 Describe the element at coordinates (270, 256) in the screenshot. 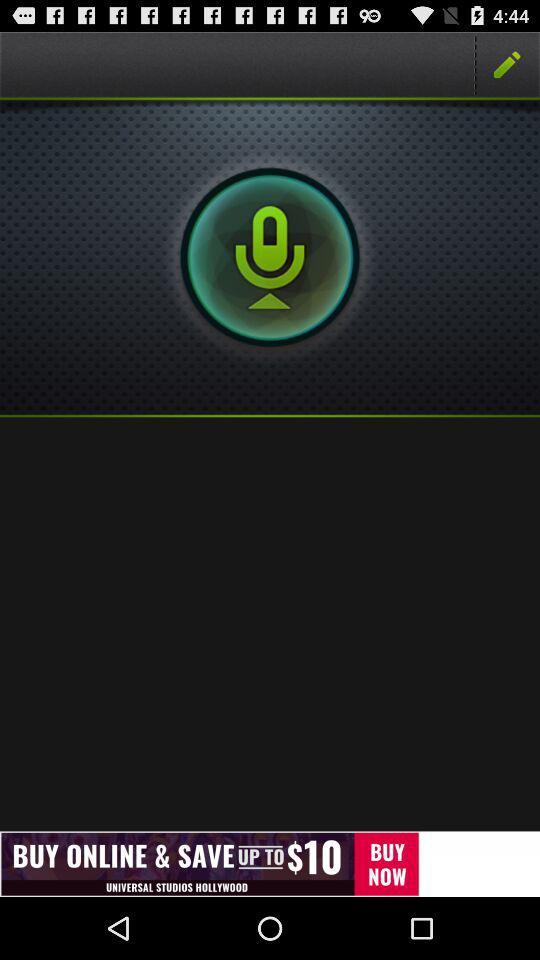

I see `activate microphone` at that location.